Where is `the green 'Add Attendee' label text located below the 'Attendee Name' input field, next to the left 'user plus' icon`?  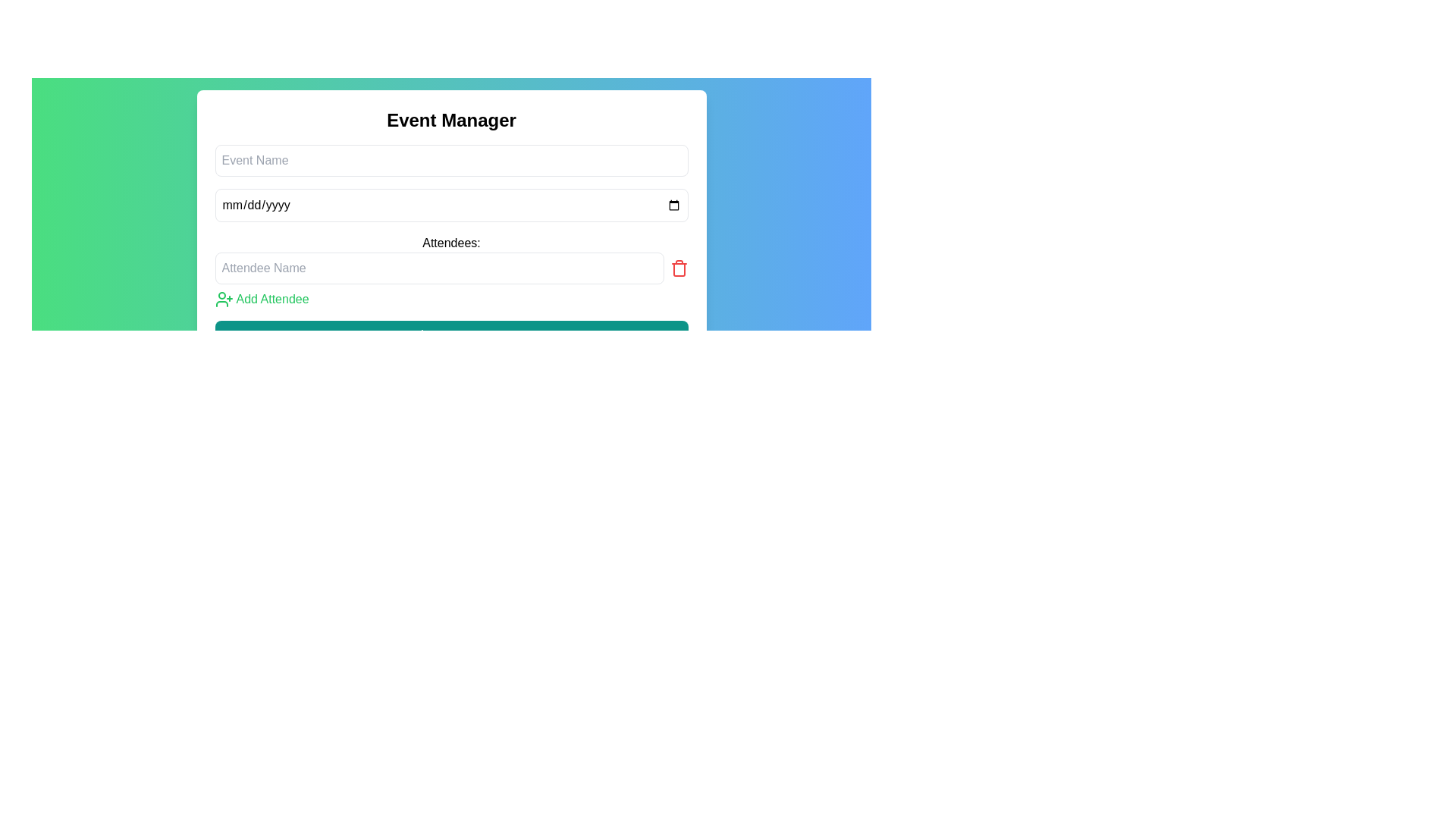 the green 'Add Attendee' label text located below the 'Attendee Name' input field, next to the left 'user plus' icon is located at coordinates (272, 299).